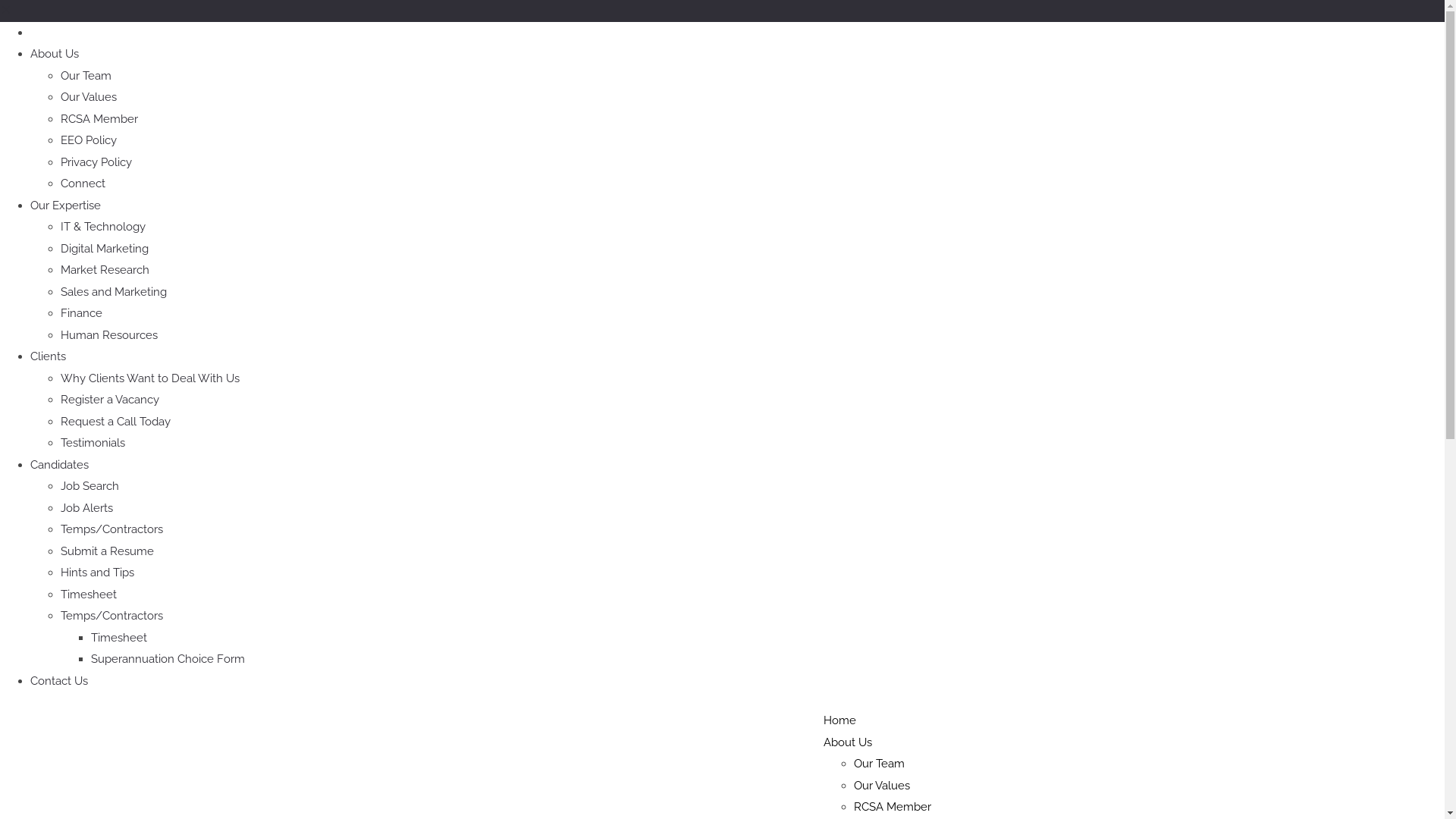  What do you see at coordinates (82, 183) in the screenshot?
I see `'Connect'` at bounding box center [82, 183].